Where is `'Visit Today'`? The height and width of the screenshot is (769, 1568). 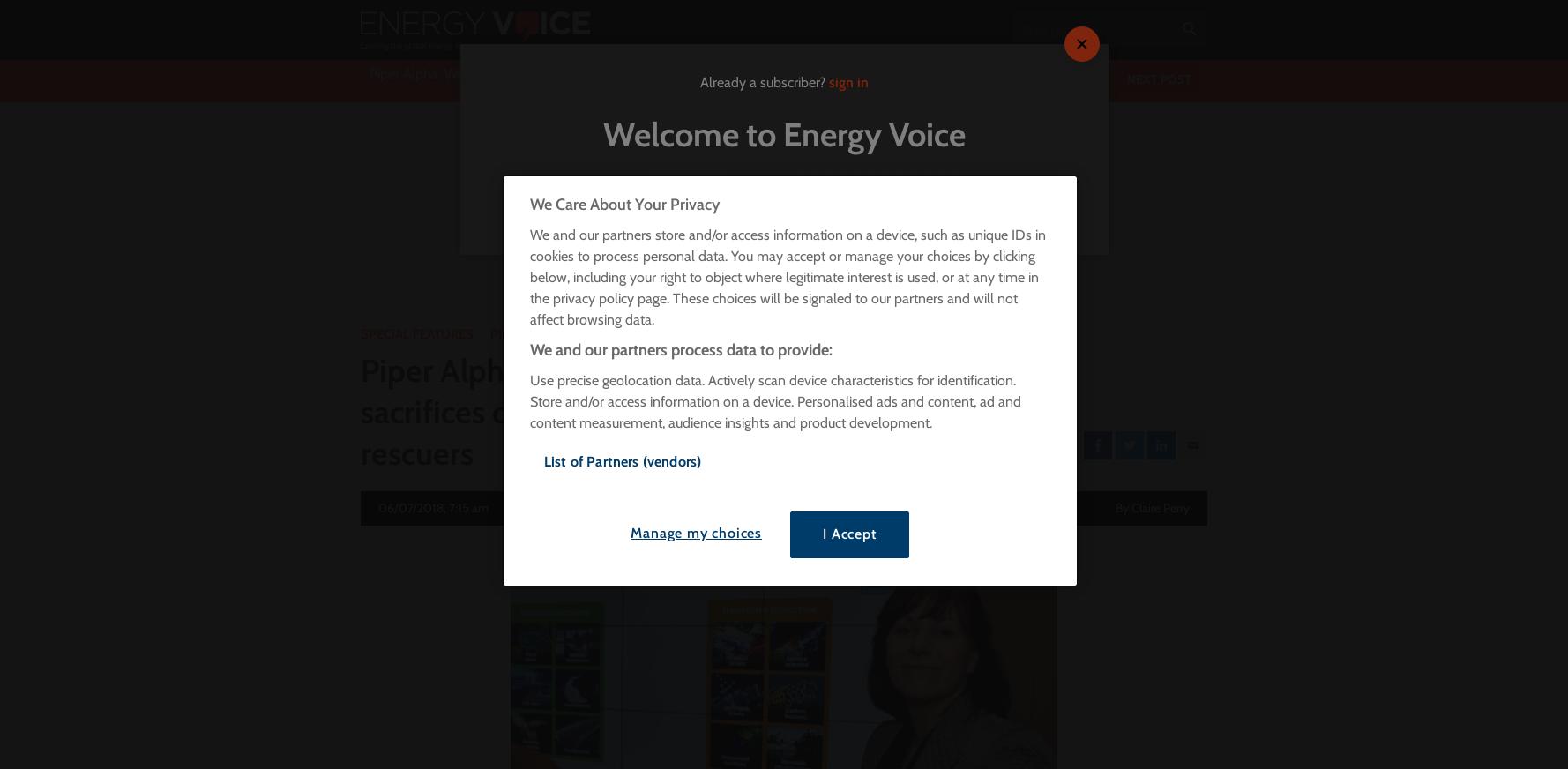 'Visit Today' is located at coordinates (1008, 168).